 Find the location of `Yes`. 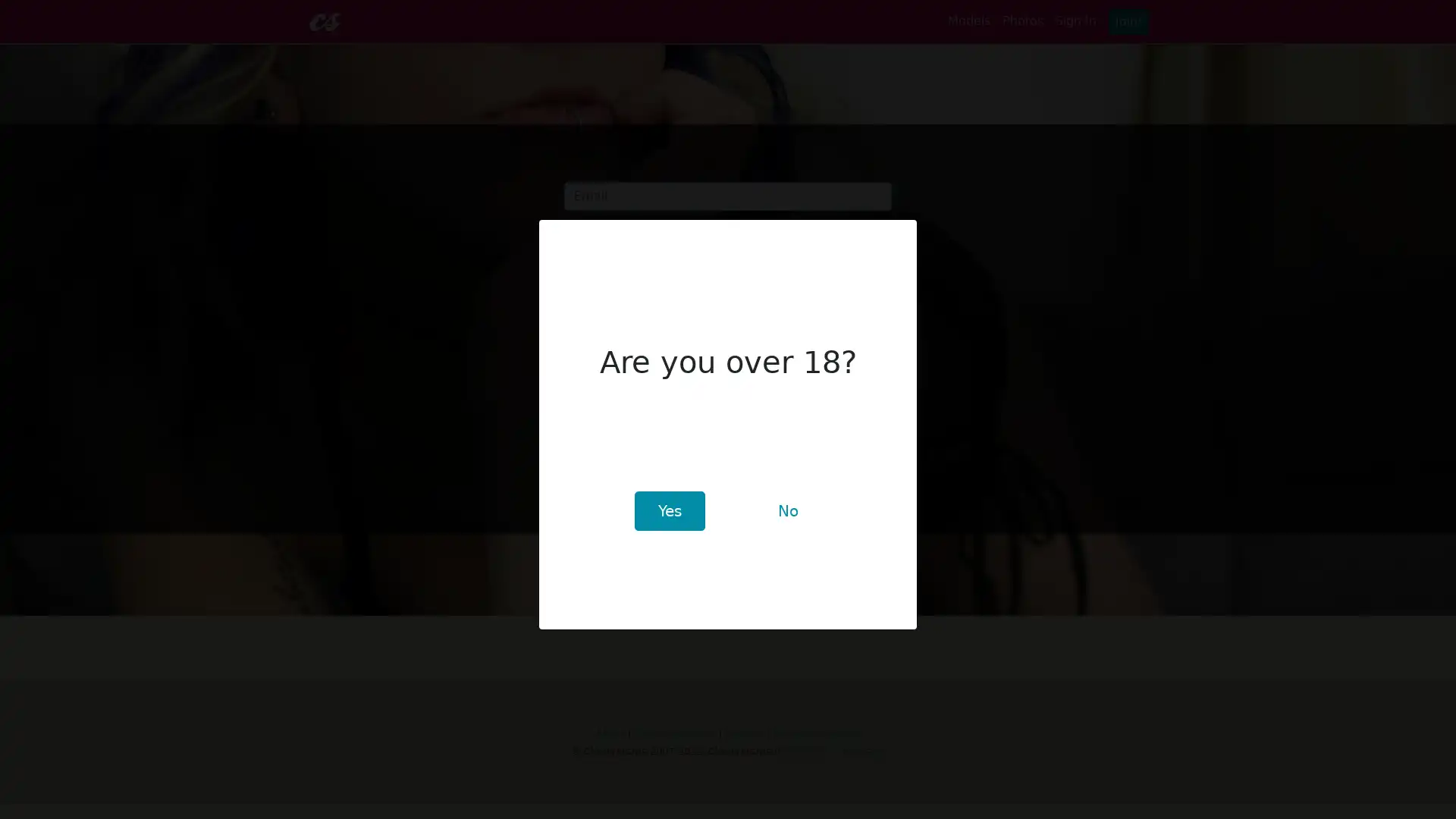

Yes is located at coordinates (668, 511).